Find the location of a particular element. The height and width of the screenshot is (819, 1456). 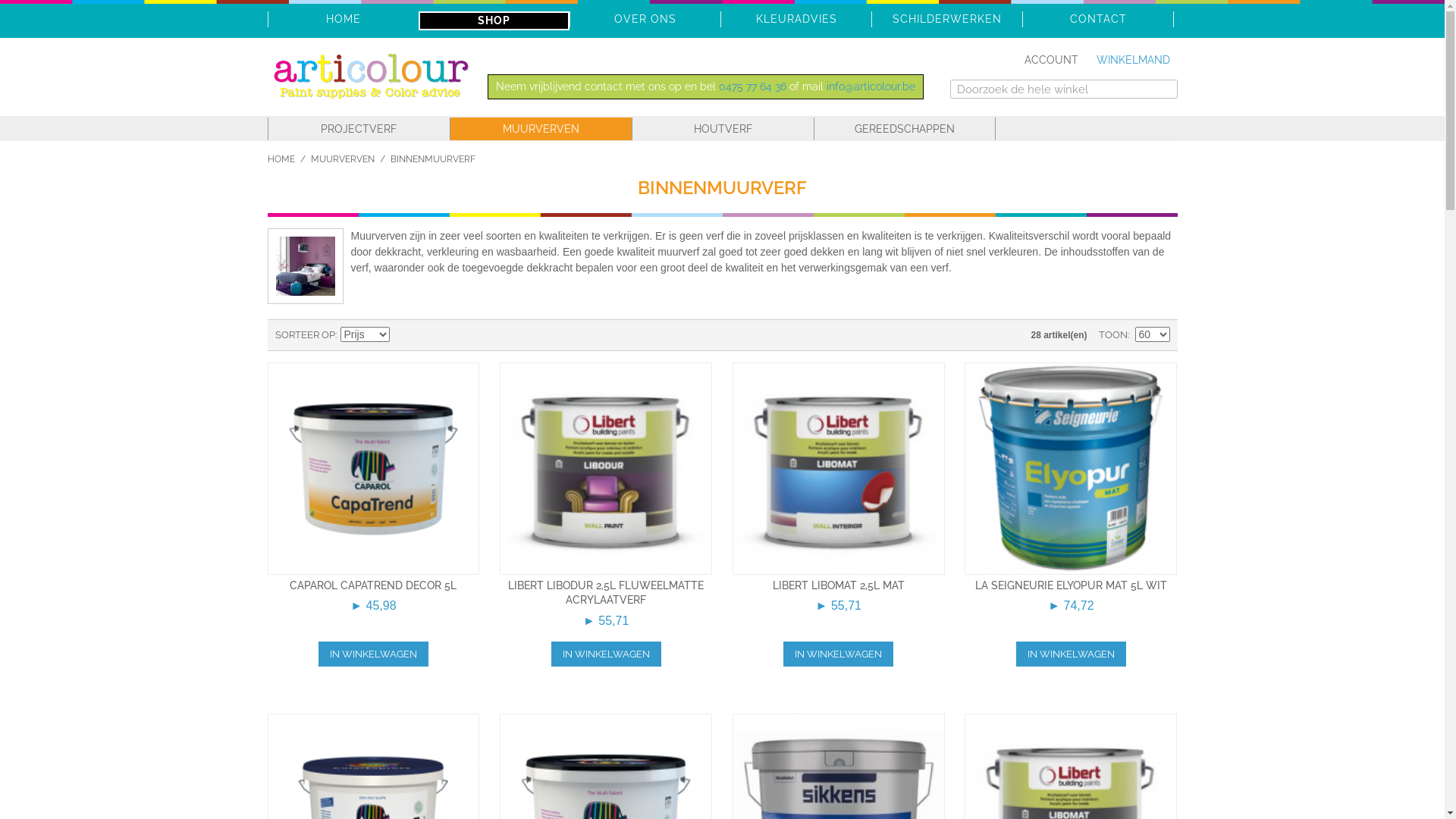

'HOME' is located at coordinates (280, 158).